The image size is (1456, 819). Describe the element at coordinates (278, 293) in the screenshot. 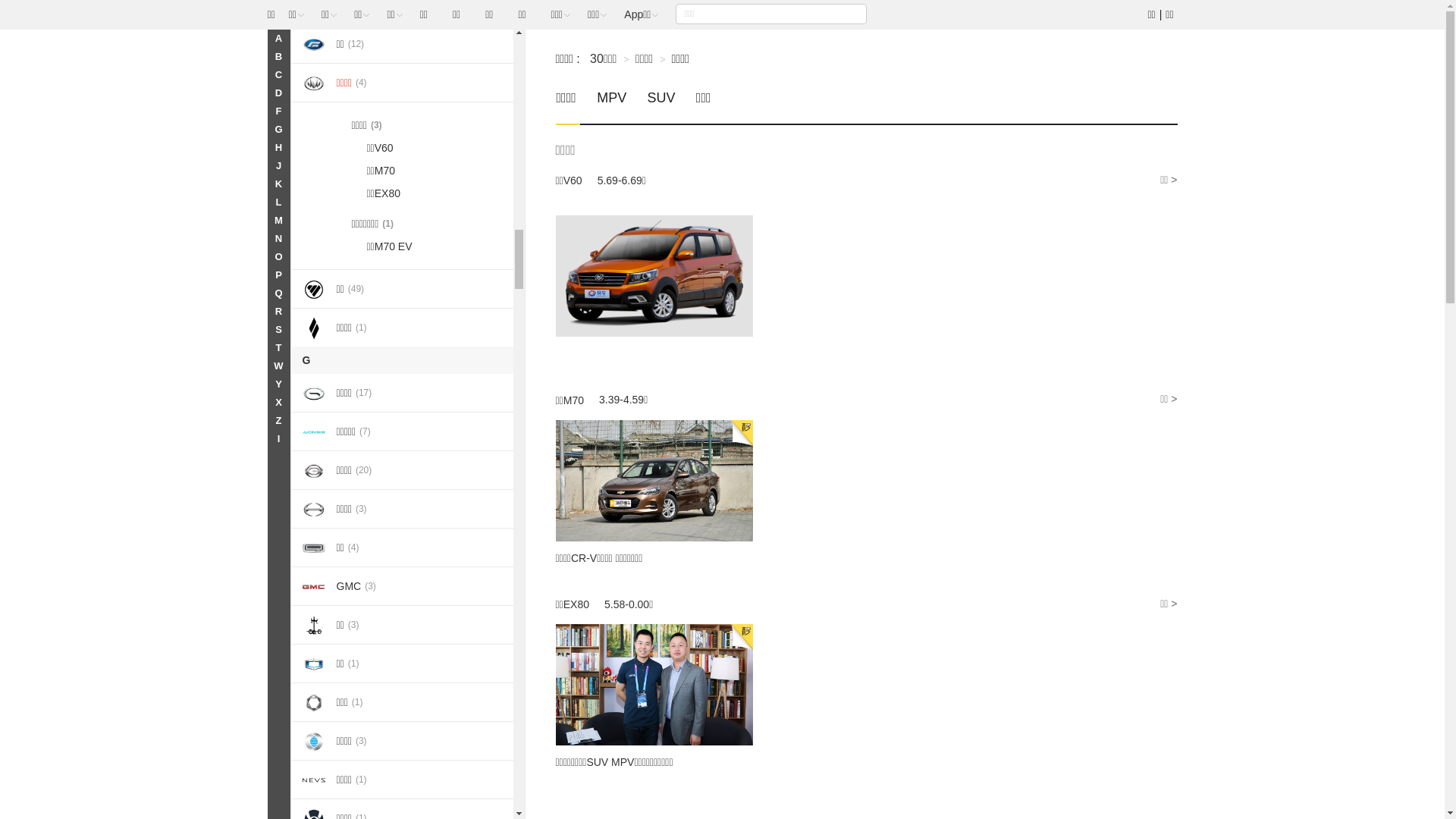

I see `'Q'` at that location.